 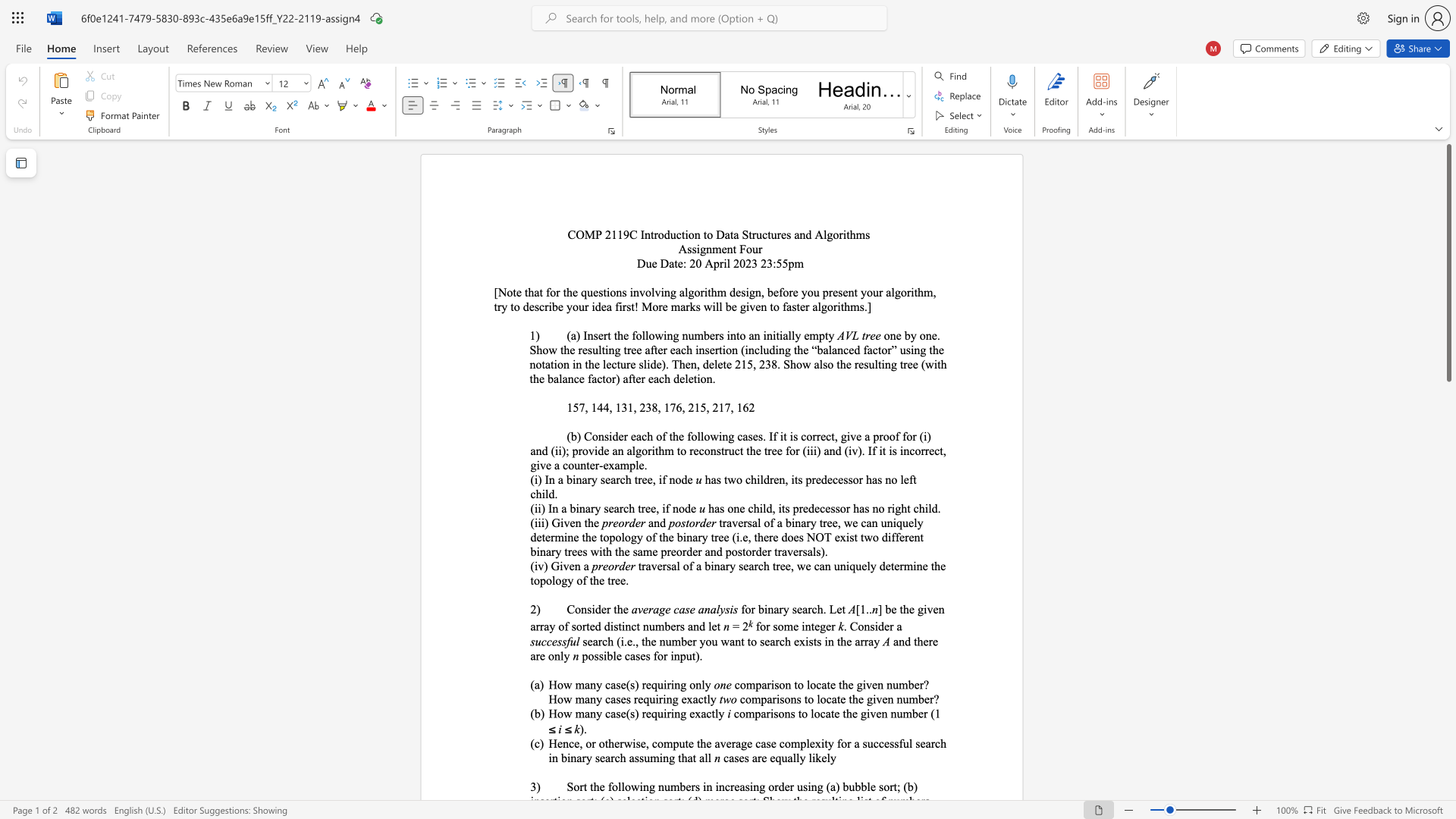 I want to click on the 1th character "d" in the text, so click(x=597, y=608).